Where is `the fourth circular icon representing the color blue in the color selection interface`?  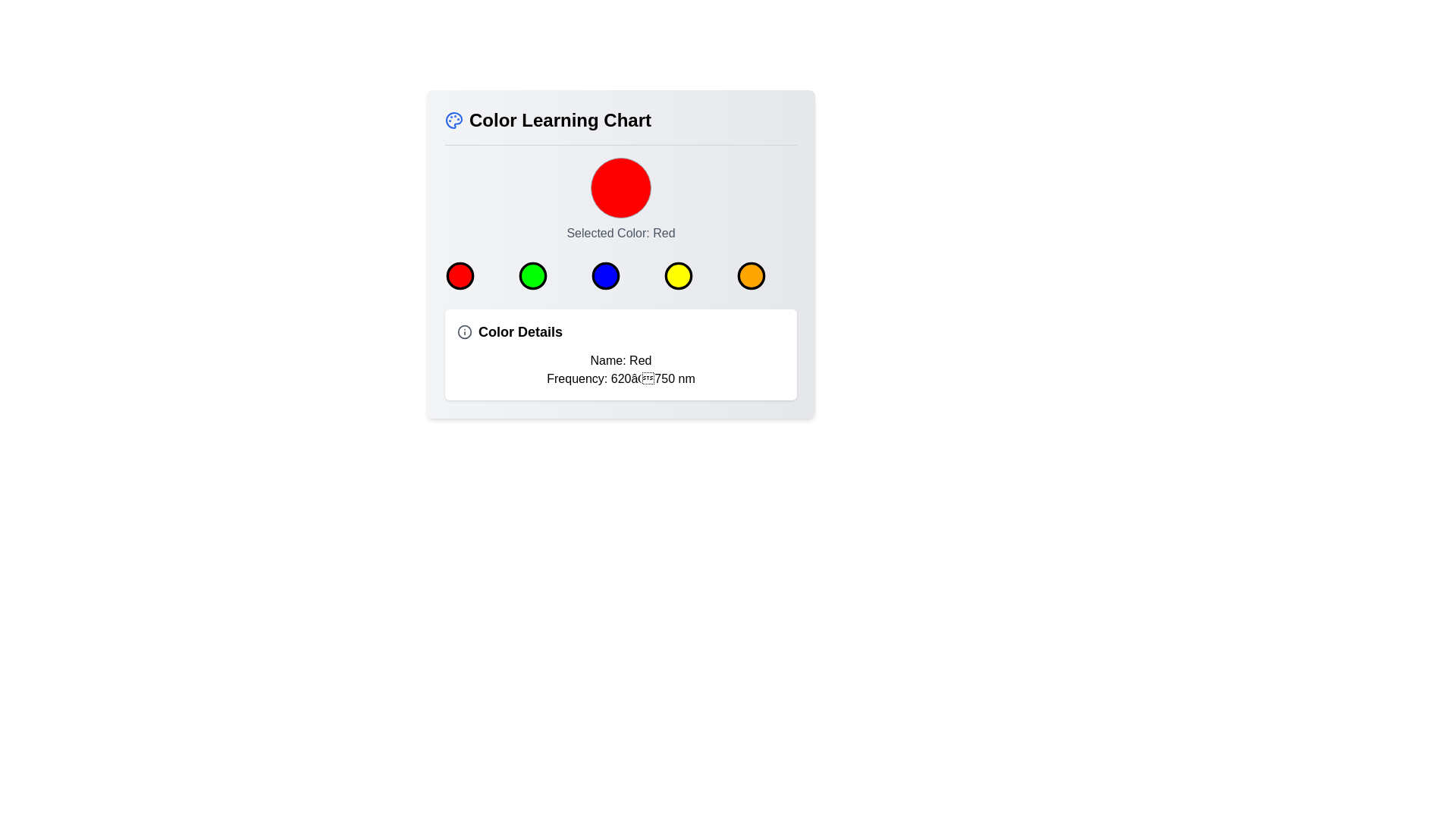
the fourth circular icon representing the color blue in the color selection interface is located at coordinates (604, 275).